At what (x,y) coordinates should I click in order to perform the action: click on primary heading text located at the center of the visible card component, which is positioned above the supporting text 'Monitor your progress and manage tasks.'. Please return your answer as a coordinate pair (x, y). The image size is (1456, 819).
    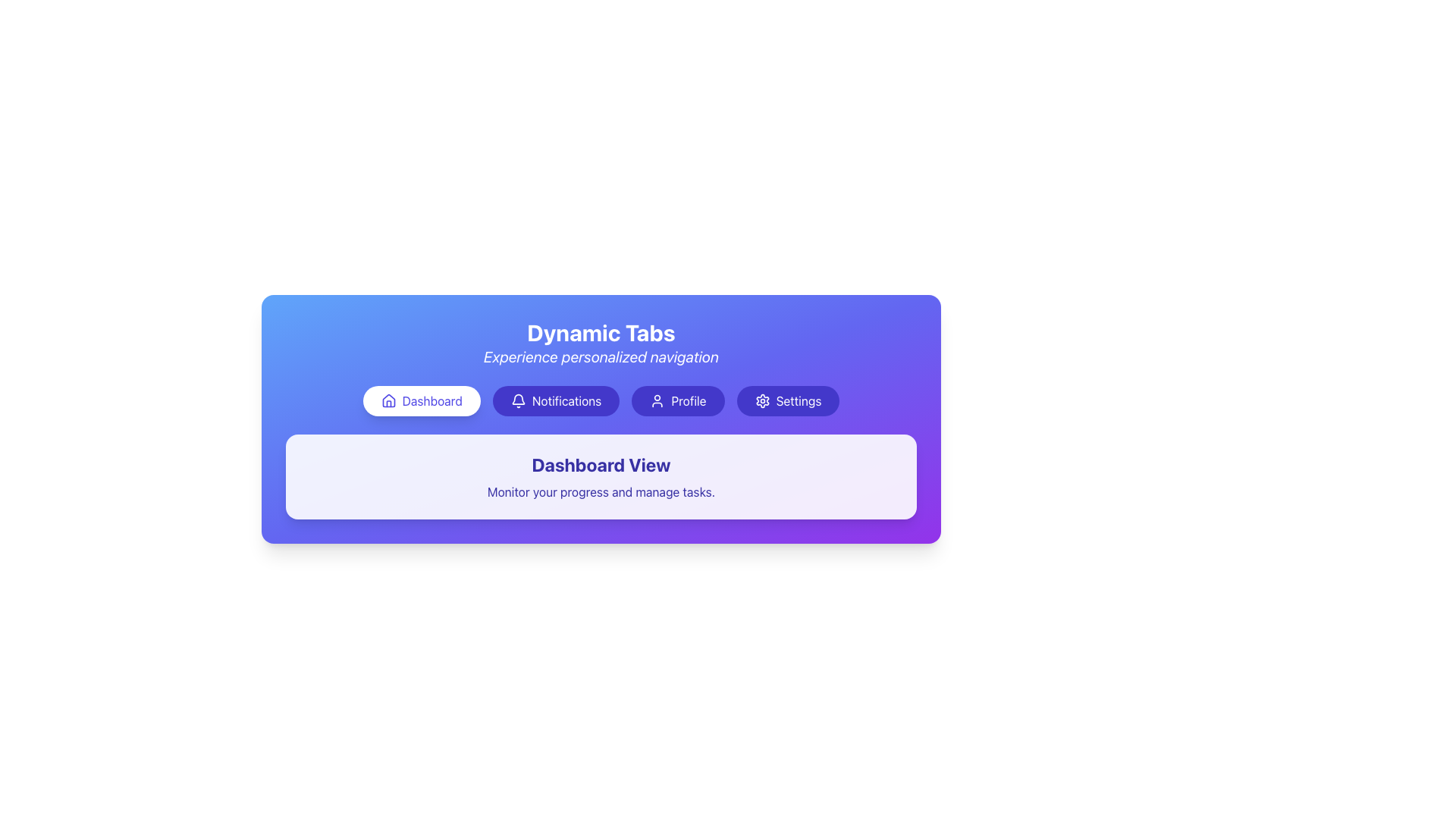
    Looking at the image, I should click on (600, 464).